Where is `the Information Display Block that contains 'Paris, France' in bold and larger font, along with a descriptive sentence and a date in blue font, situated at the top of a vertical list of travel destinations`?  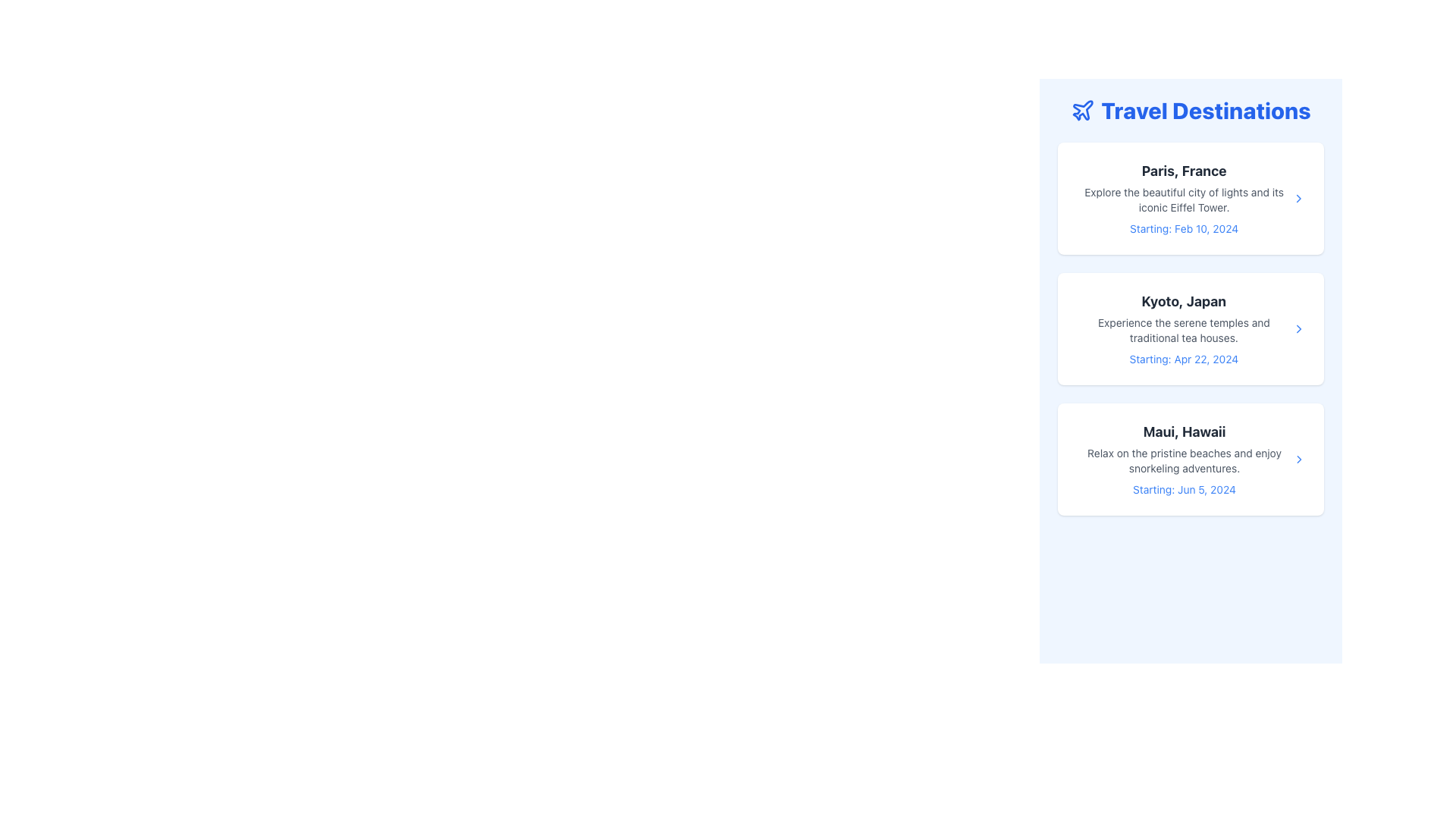
the Information Display Block that contains 'Paris, France' in bold and larger font, along with a descriptive sentence and a date in blue font, situated at the top of a vertical list of travel destinations is located at coordinates (1183, 198).